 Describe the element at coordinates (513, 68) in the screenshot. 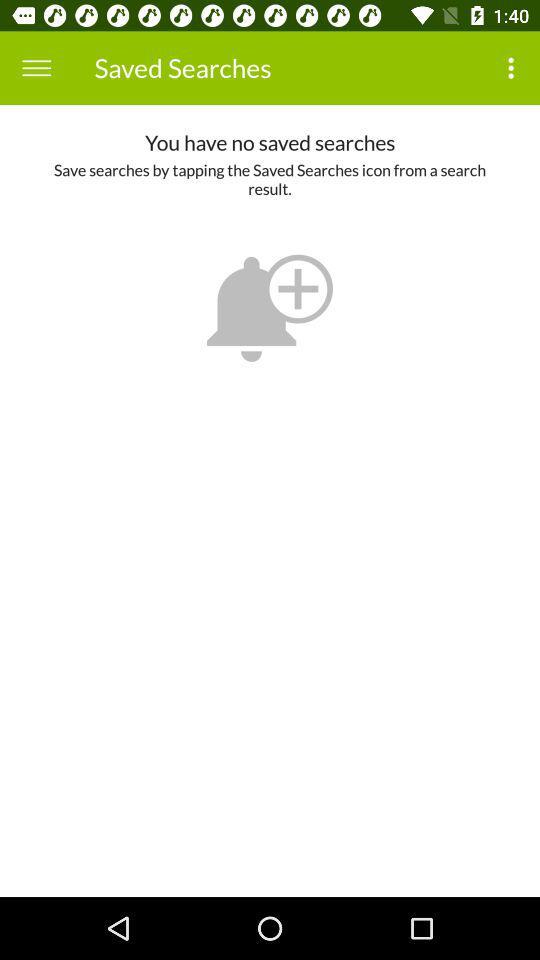

I see `the item to the right of the saved searches` at that location.